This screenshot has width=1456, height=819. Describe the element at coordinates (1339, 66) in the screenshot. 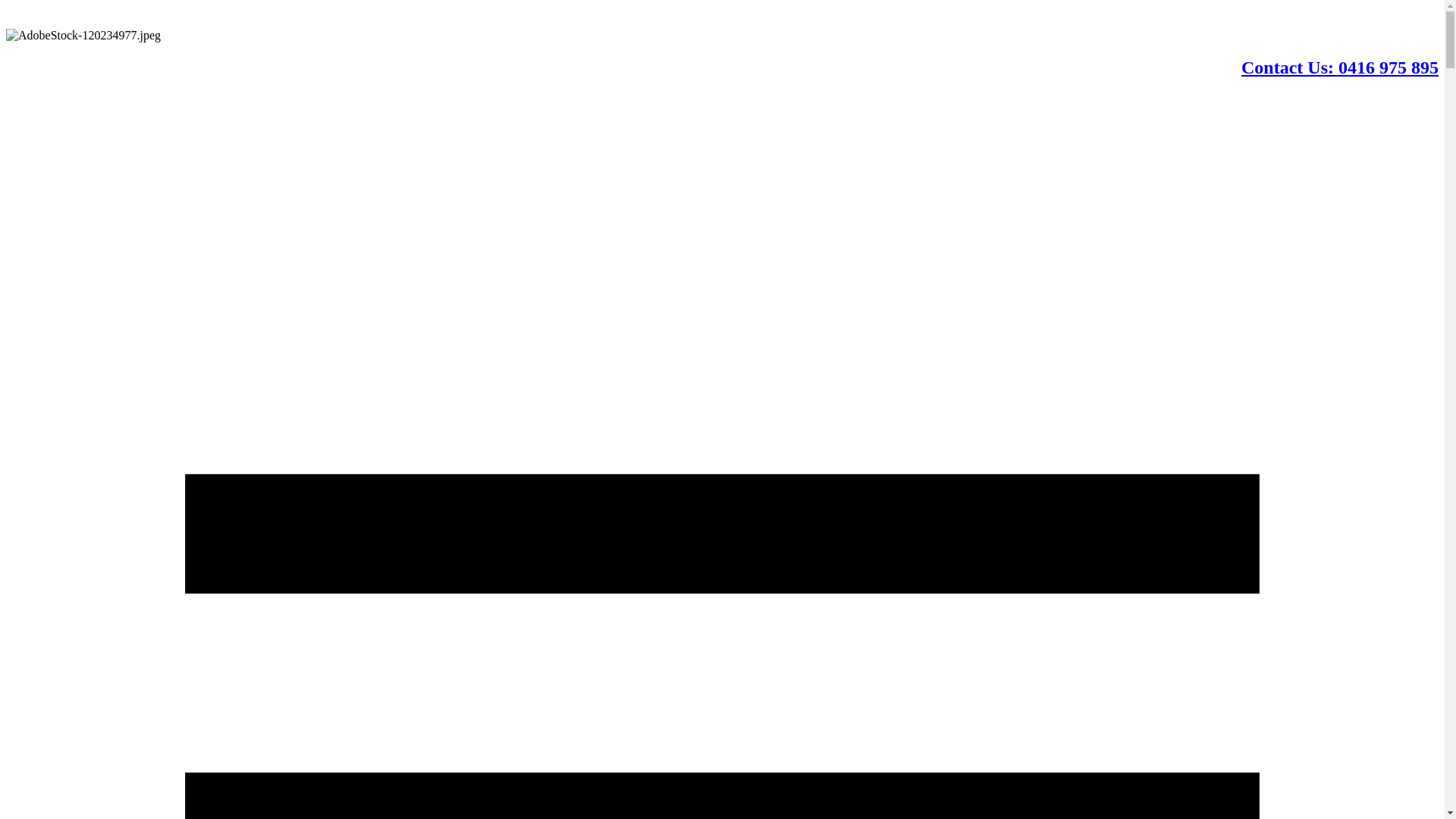

I see `'Contact Us: 0416 975 895'` at that location.